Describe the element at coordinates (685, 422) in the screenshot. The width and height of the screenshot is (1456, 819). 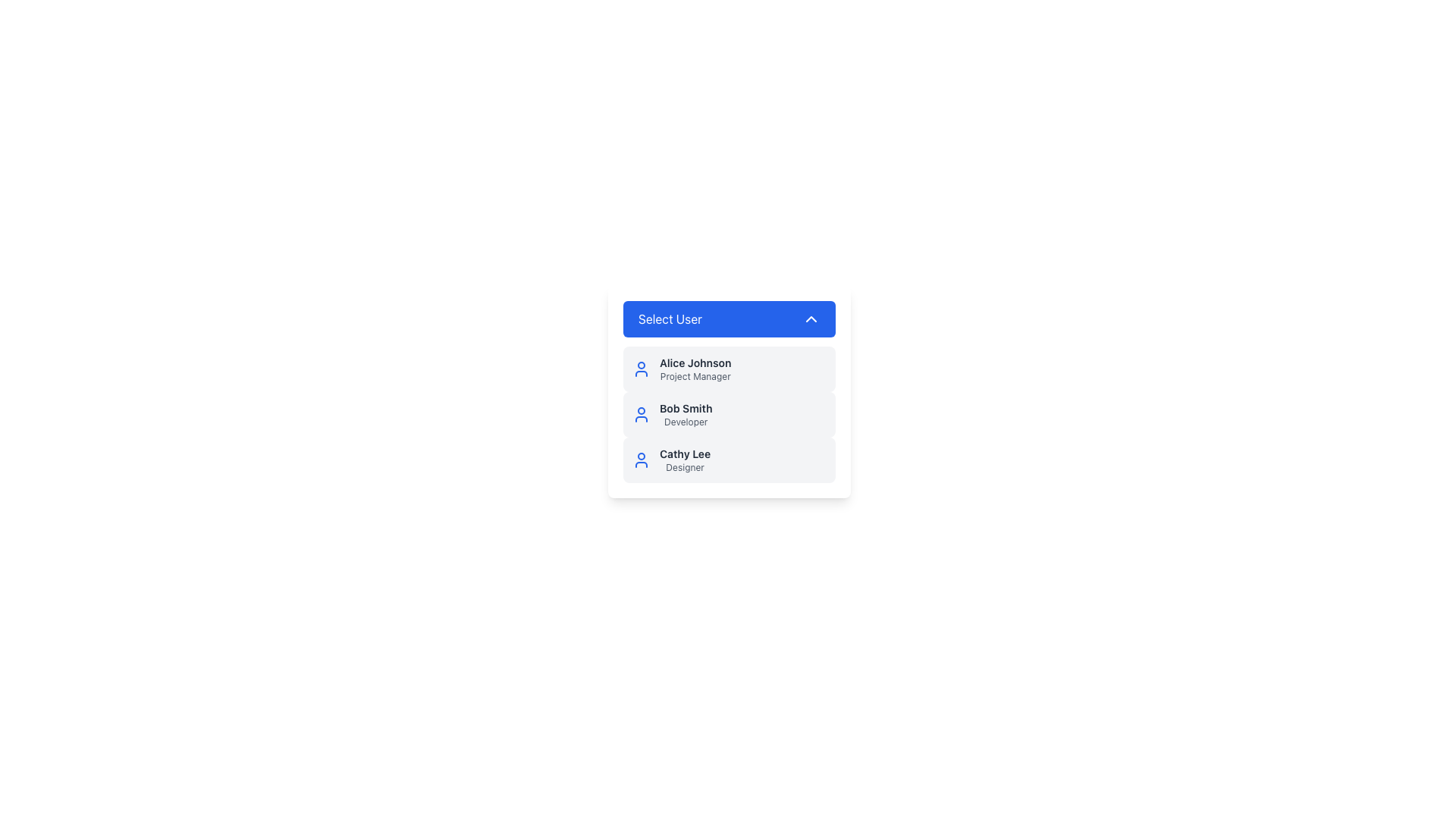
I see `the text label displaying 'Developer' in small gray font positioned beneath 'Bob Smith'` at that location.